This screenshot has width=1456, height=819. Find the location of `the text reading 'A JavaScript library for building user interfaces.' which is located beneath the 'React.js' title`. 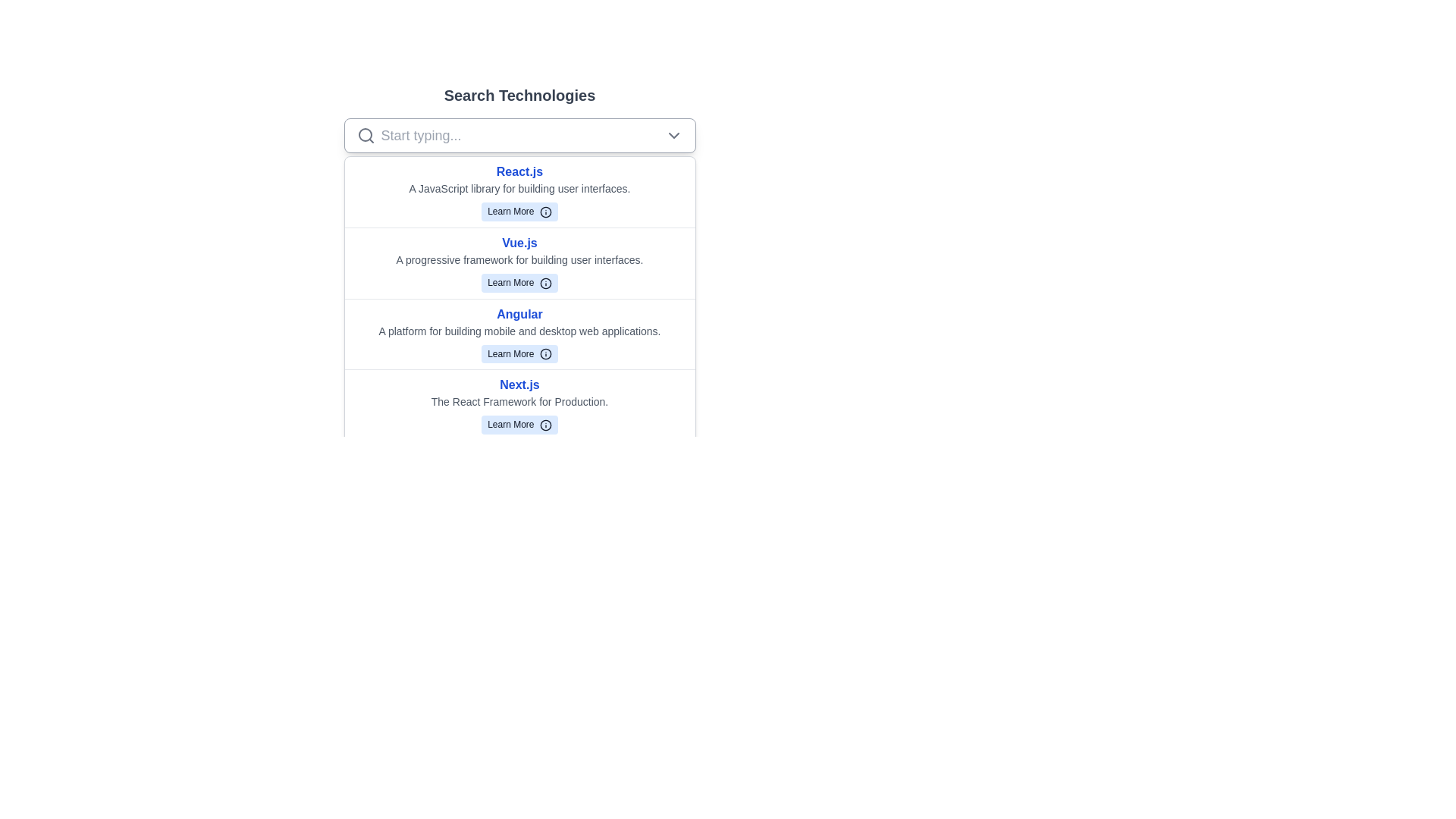

the text reading 'A JavaScript library for building user interfaces.' which is located beneath the 'React.js' title is located at coordinates (519, 188).